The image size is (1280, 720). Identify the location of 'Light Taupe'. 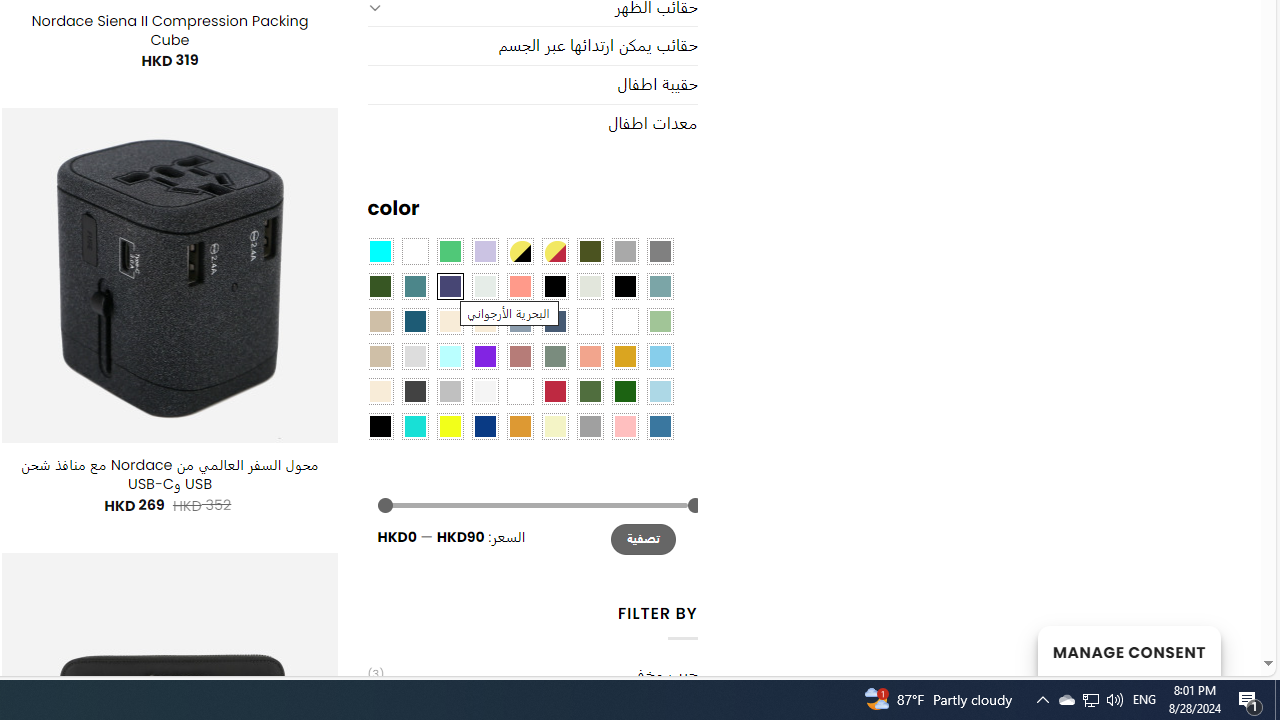
(380, 354).